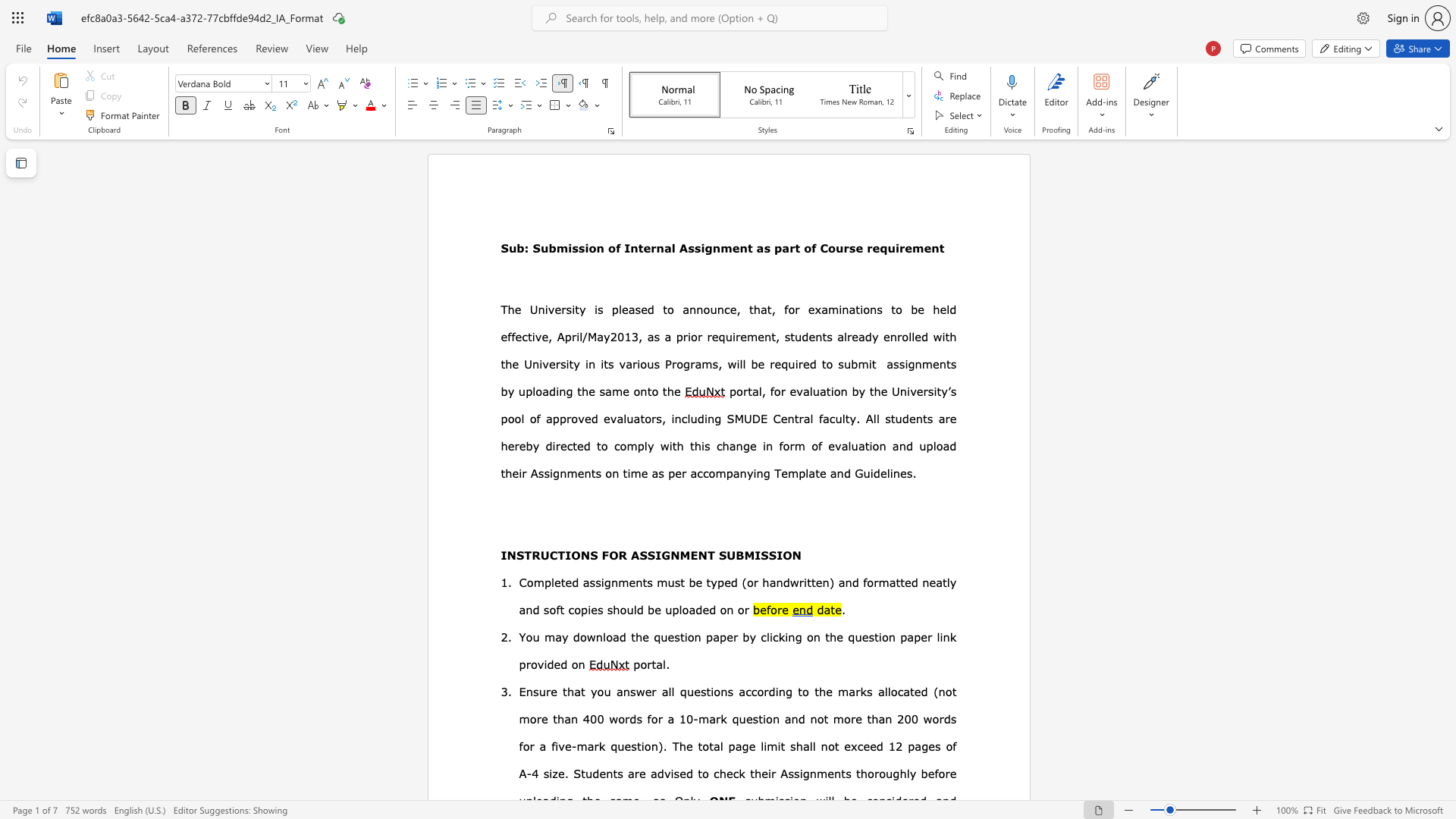 This screenshot has width=1456, height=819. Describe the element at coordinates (914, 745) in the screenshot. I see `the subset text "ages of" within the text "pages of A-4 size."` at that location.